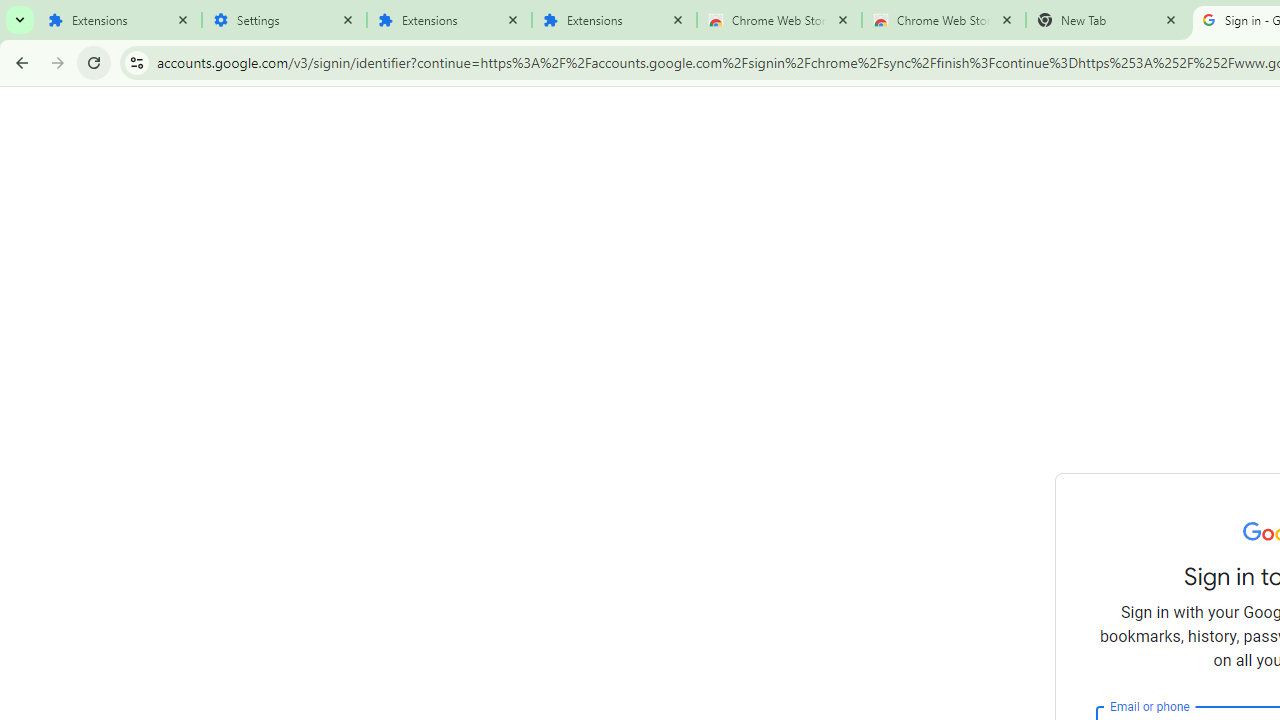  What do you see at coordinates (283, 20) in the screenshot?
I see `'Settings'` at bounding box center [283, 20].